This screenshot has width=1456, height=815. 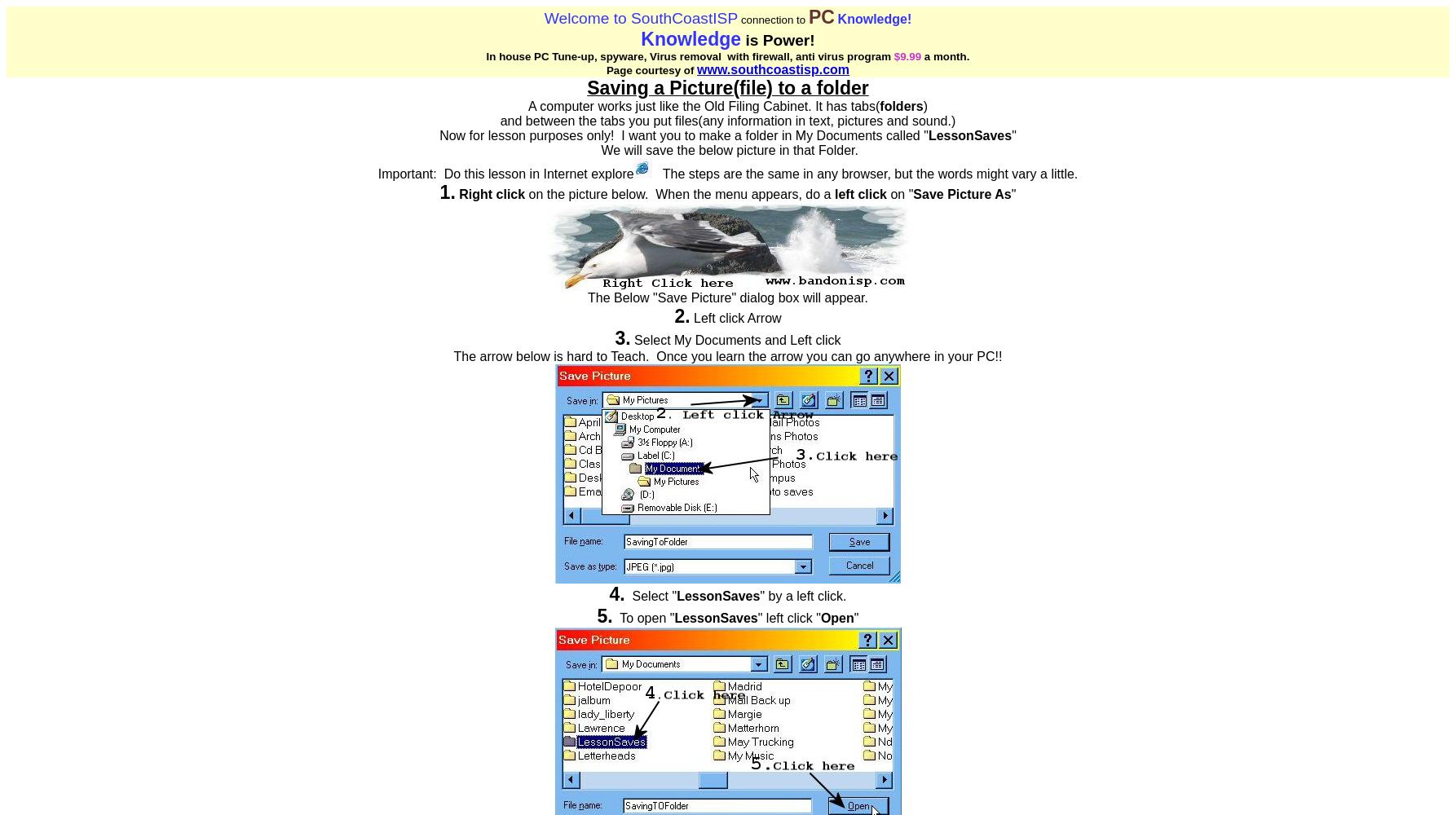 I want to click on 'Save Picture As', so click(x=961, y=193).